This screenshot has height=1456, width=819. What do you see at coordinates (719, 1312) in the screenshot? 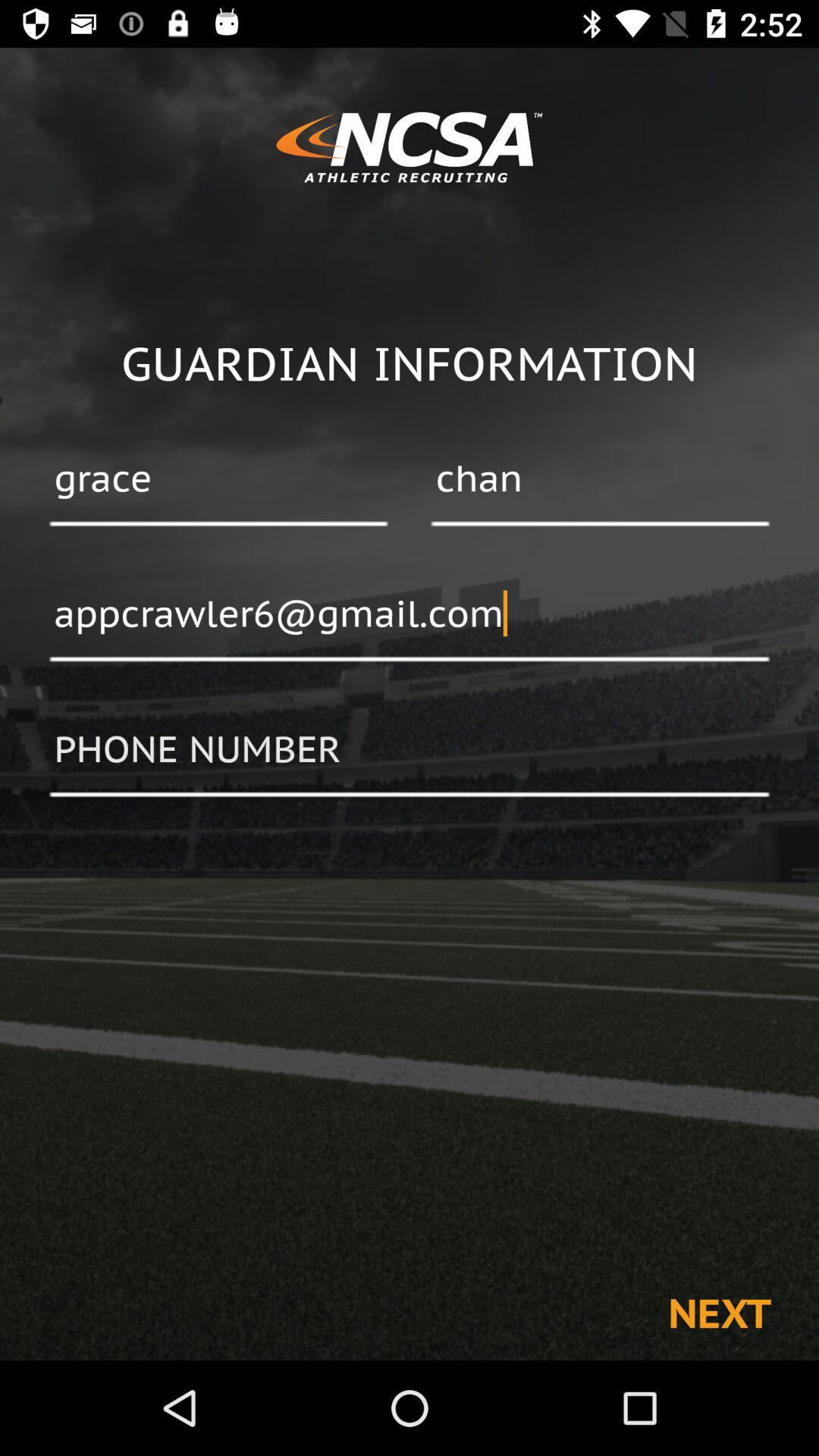
I see `next at the bottom right corner` at bounding box center [719, 1312].